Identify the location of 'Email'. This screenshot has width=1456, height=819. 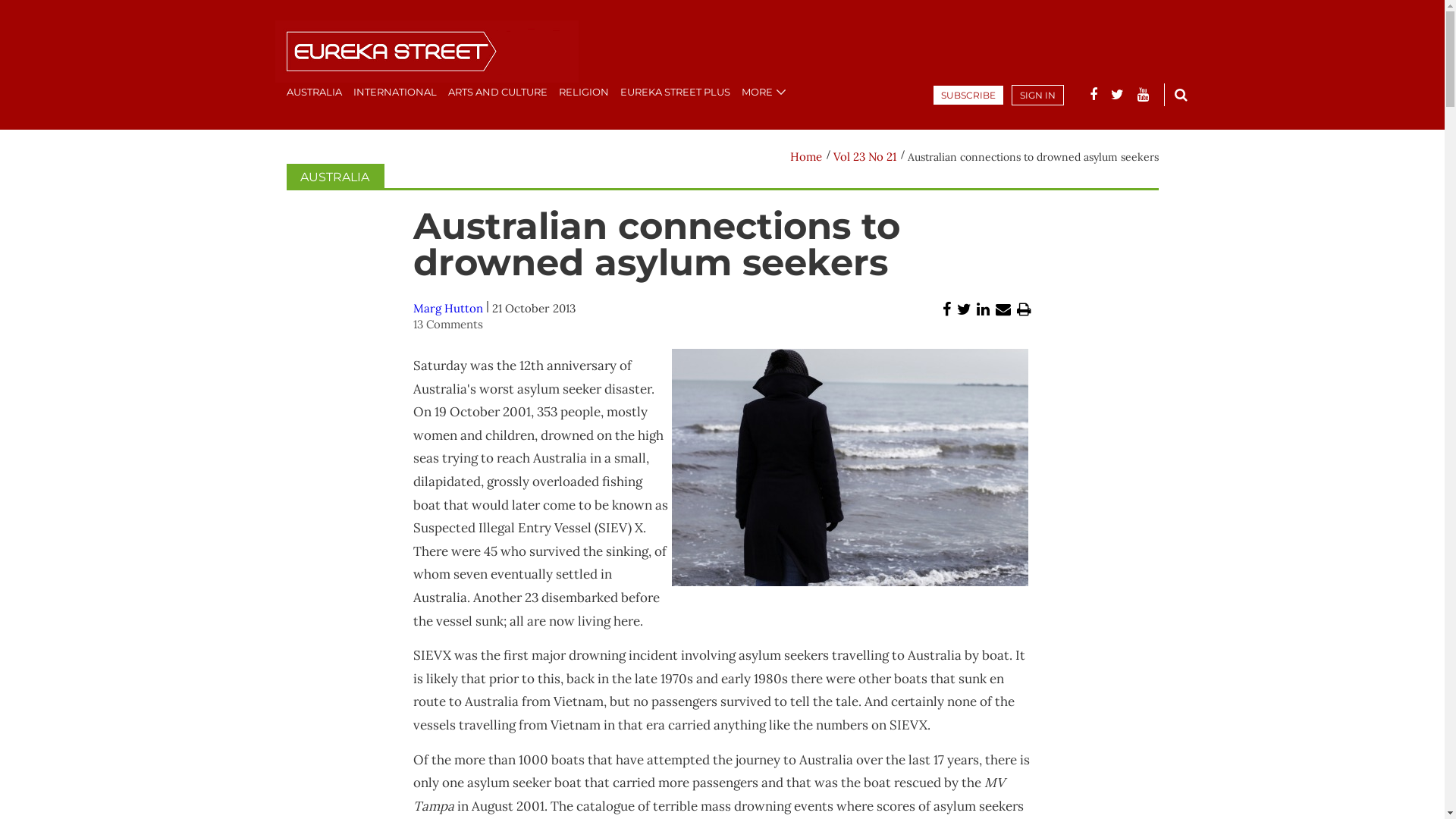
(1003, 309).